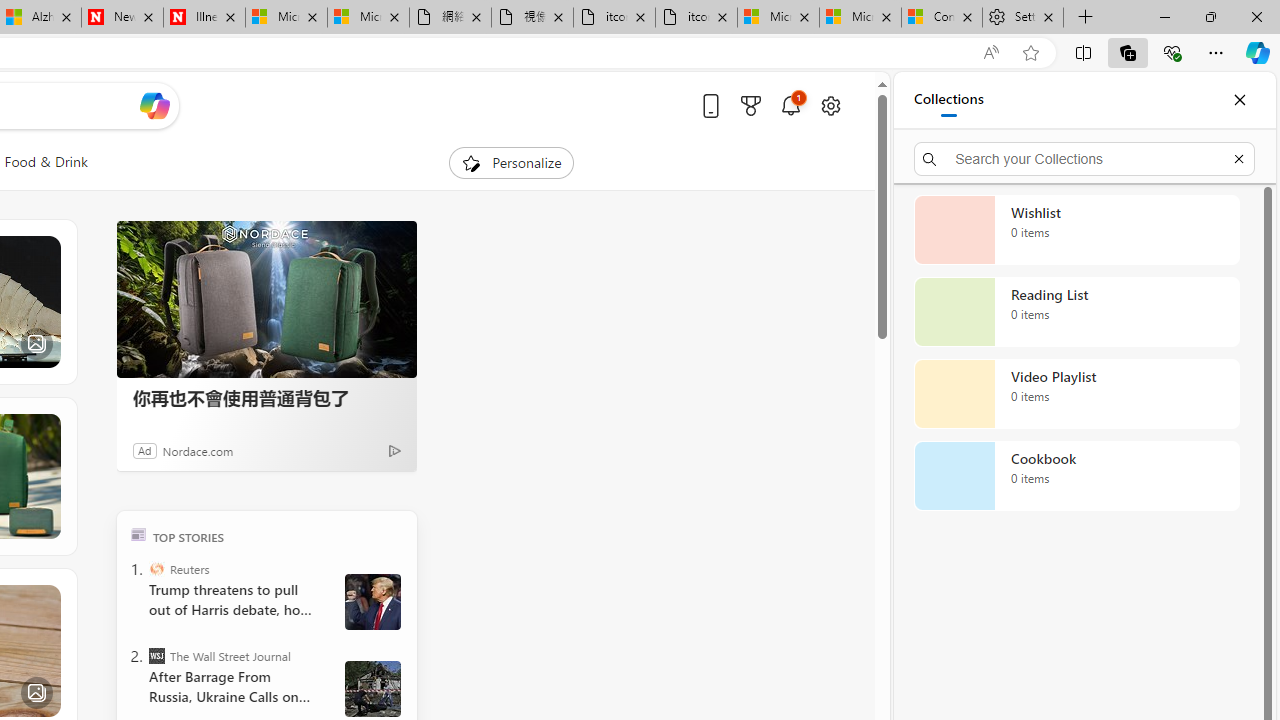 The height and width of the screenshot is (720, 1280). I want to click on 'Cookbook collection, 0 items', so click(1076, 475).